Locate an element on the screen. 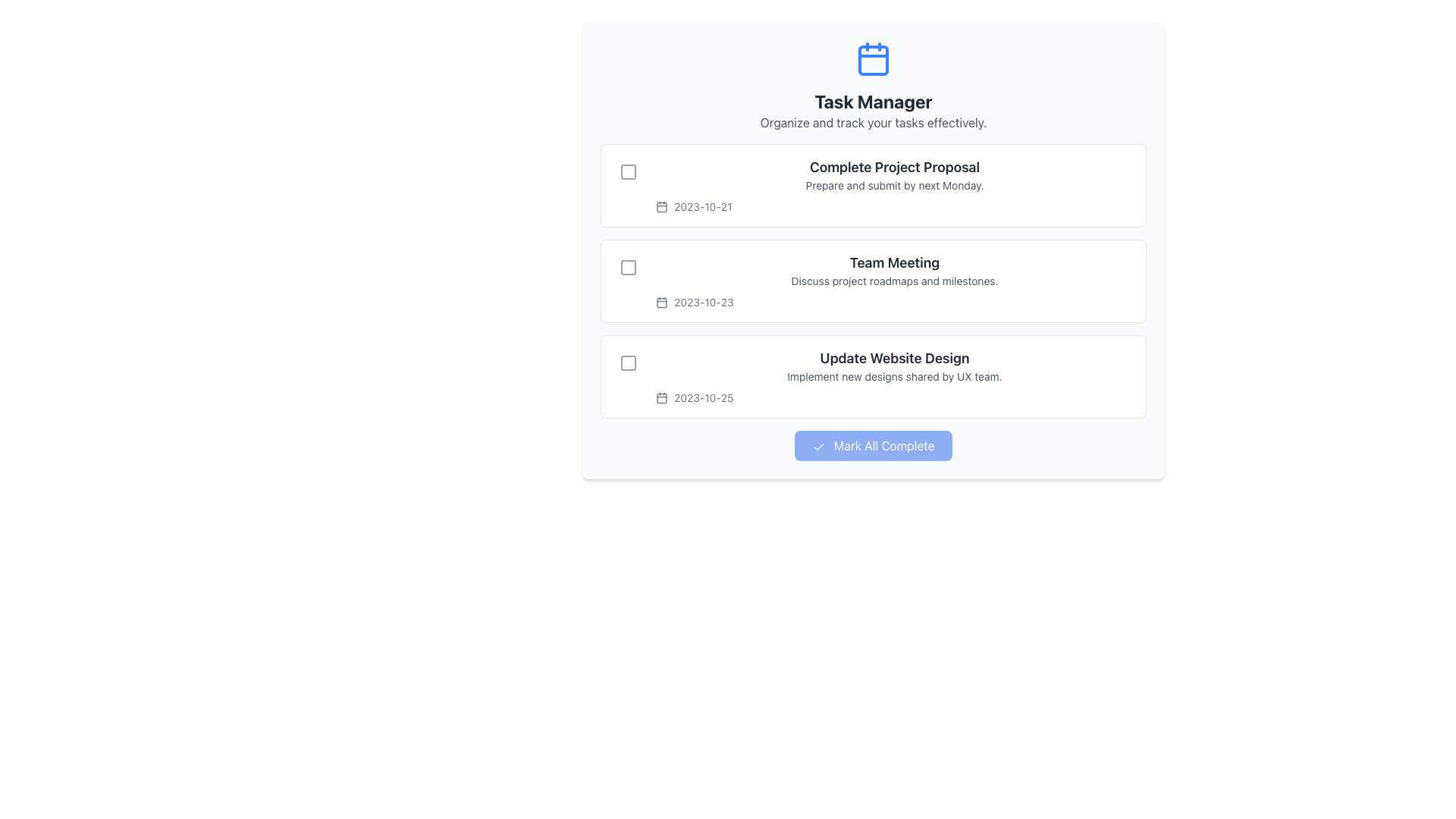 This screenshot has height=819, width=1456. text label displaying '2023-10-21' which is positioned to the right of the calendar icon and below the task title 'Complete Project Proposal' is located at coordinates (702, 207).